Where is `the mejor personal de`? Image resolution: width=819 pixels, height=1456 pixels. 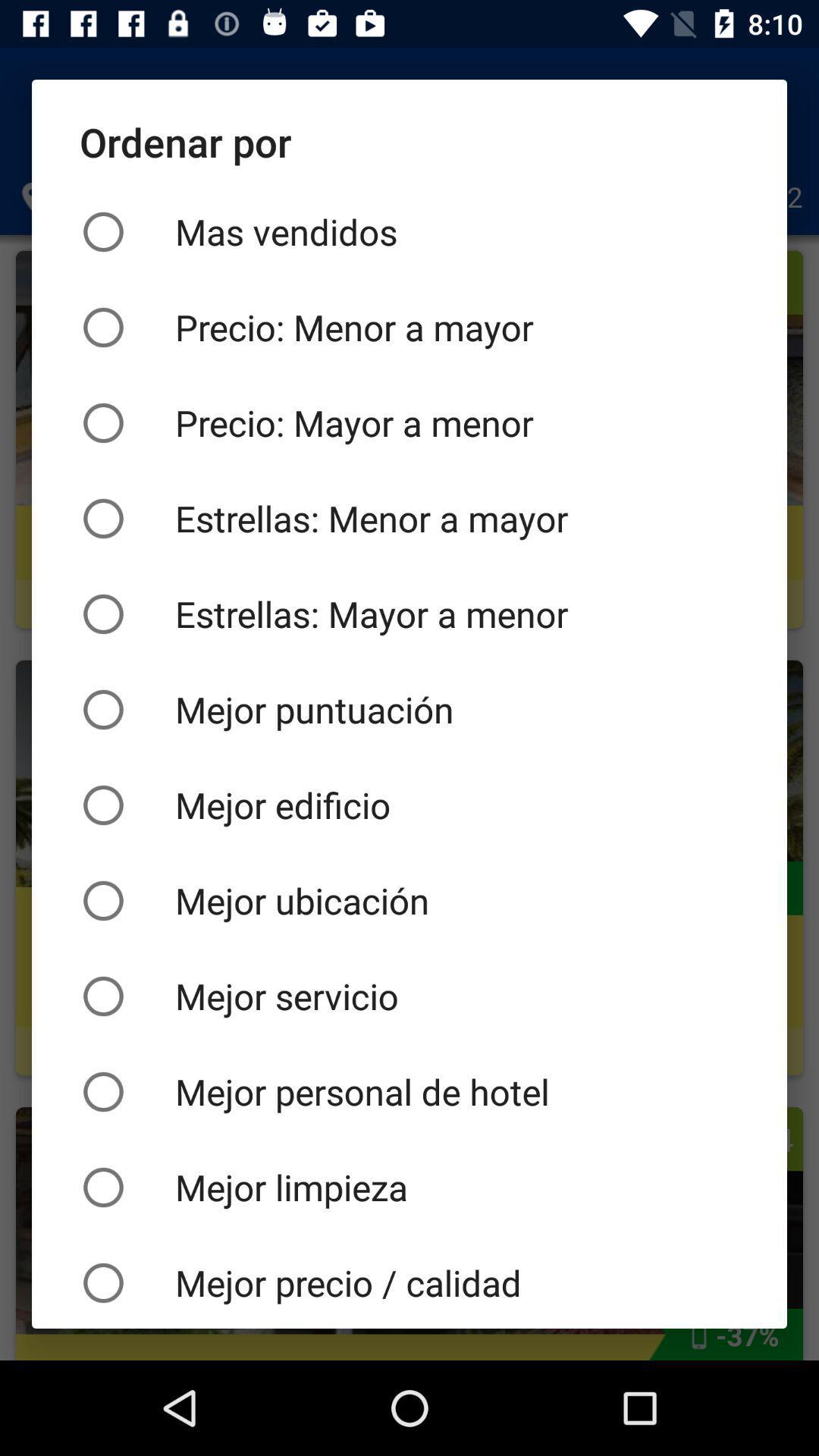 the mejor personal de is located at coordinates (409, 1092).